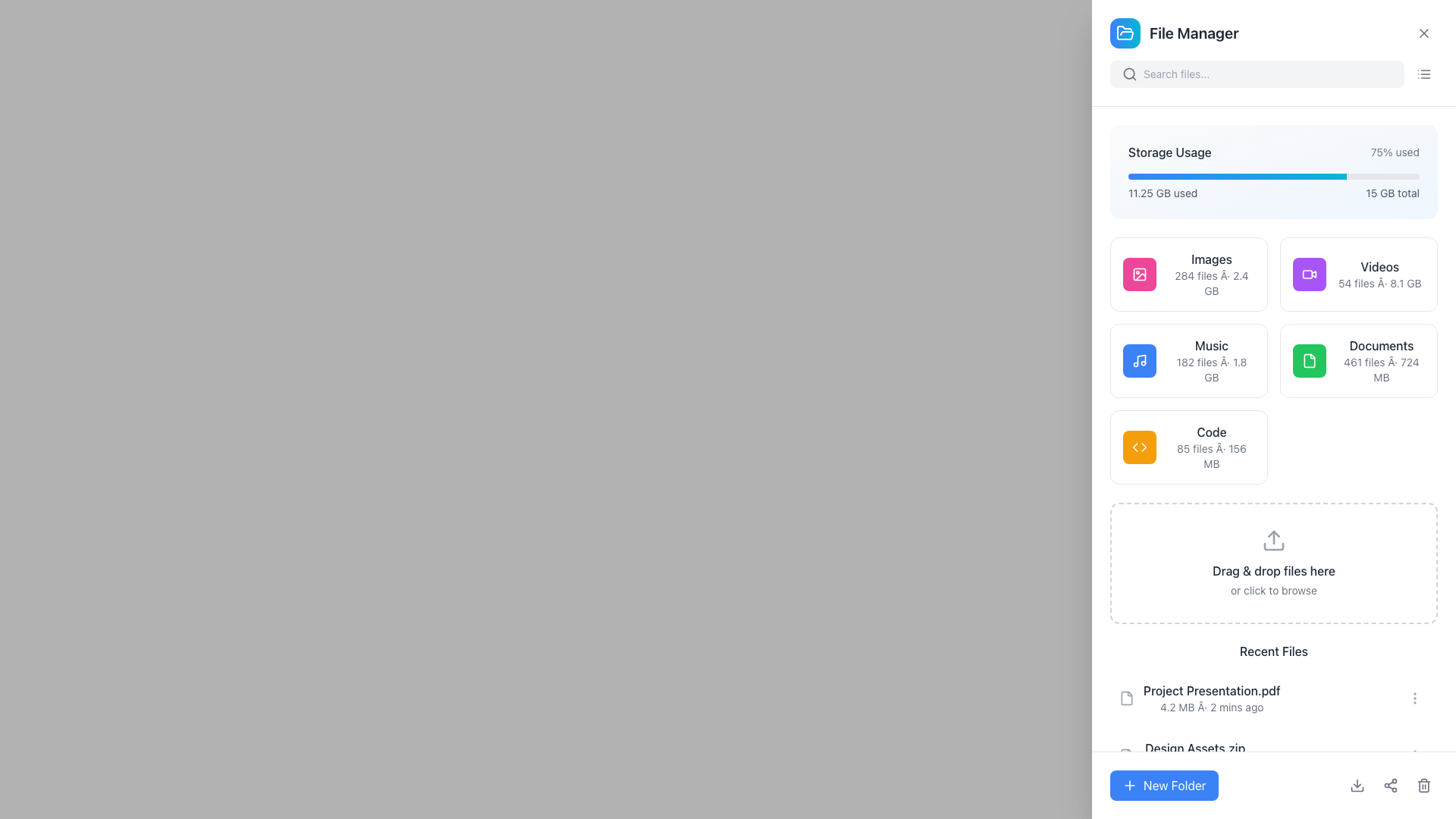 The width and height of the screenshot is (1456, 819). Describe the element at coordinates (1357, 785) in the screenshot. I see `the downward-pointing arrow icon, which is the first icon in the action bar at the bottom right corner of the interface` at that location.